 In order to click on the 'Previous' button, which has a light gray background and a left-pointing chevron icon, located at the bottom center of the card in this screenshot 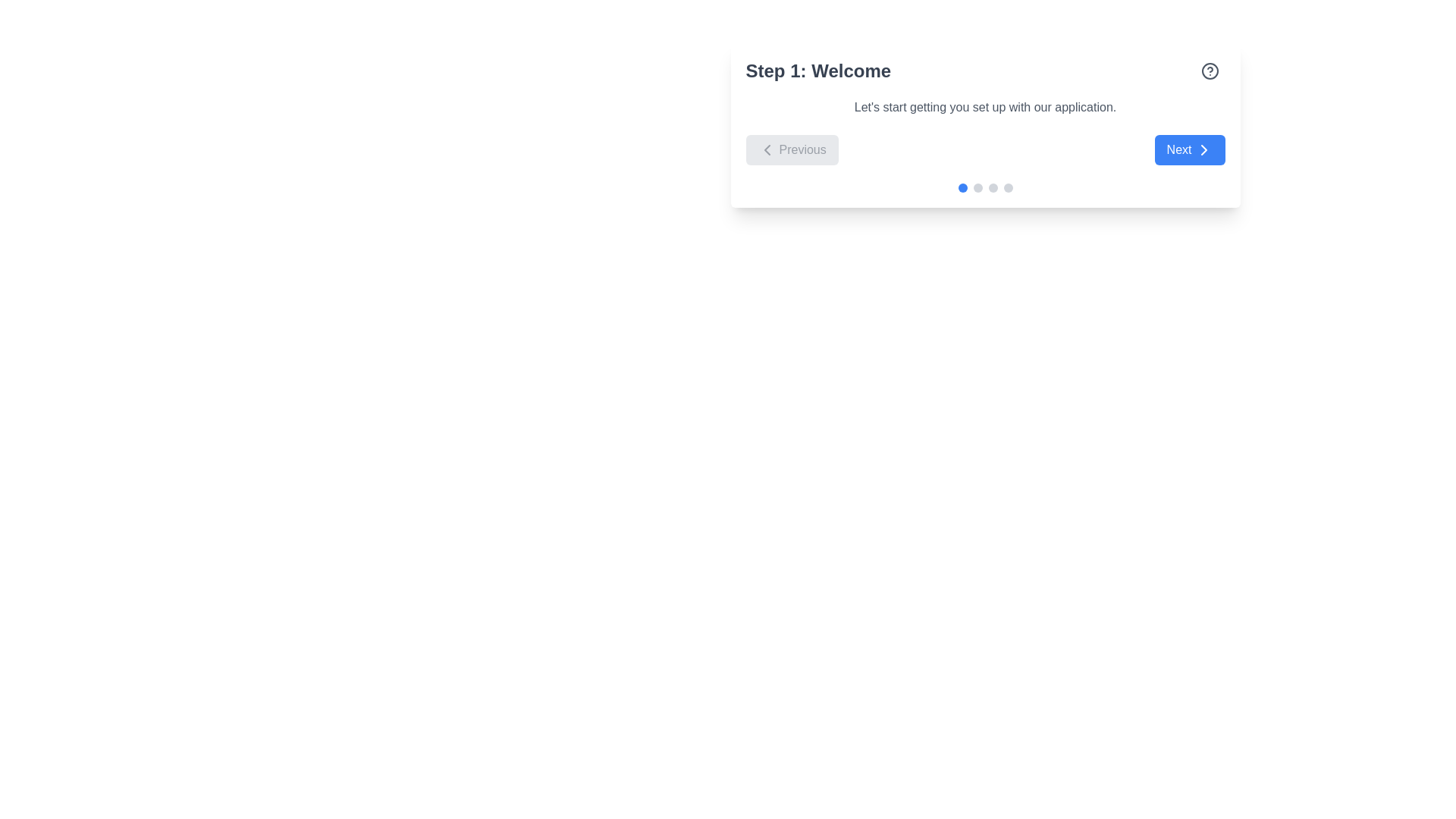, I will do `click(791, 149)`.